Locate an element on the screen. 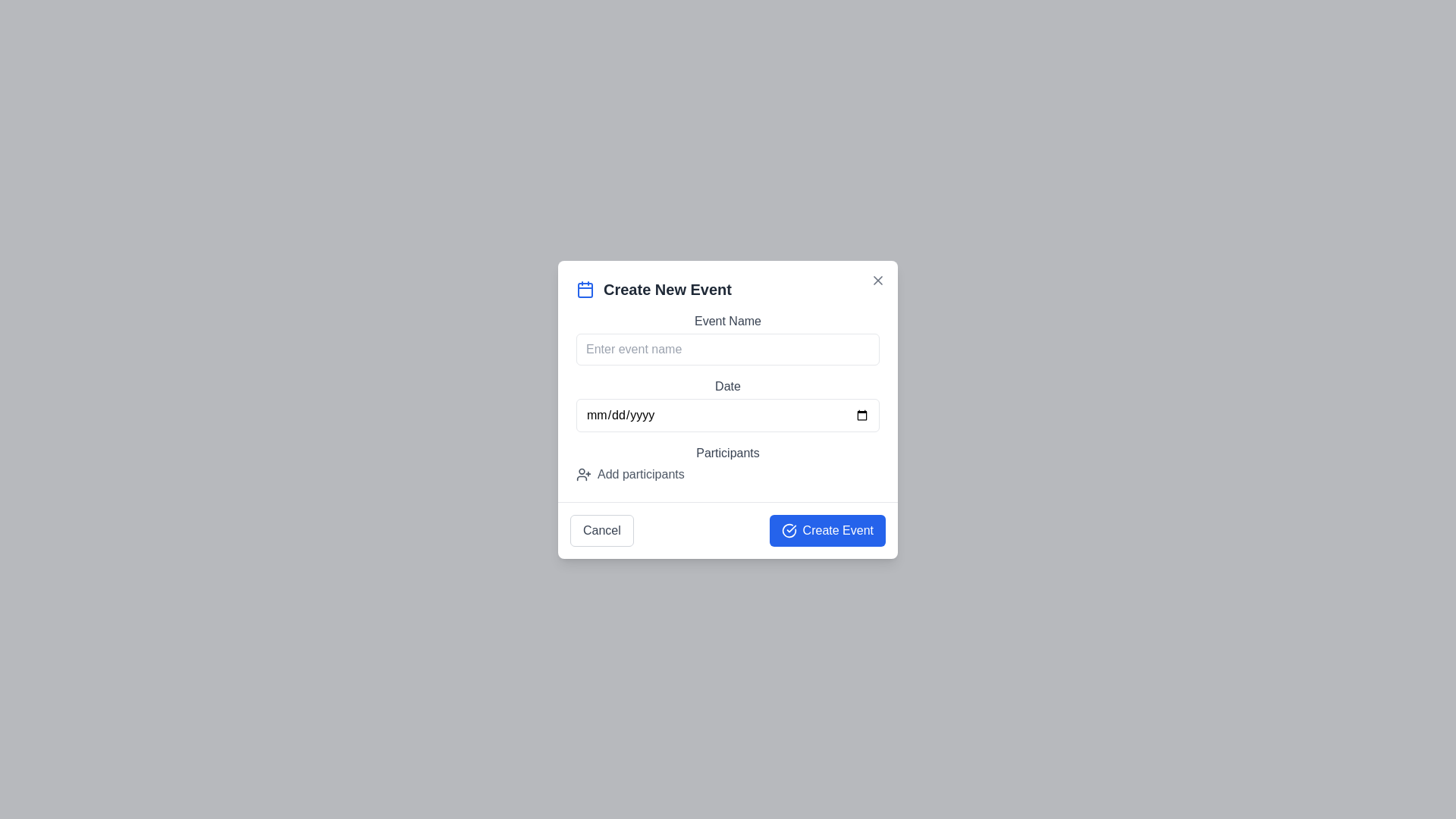 The width and height of the screenshot is (1456, 819). the 'Create Event' button in the horizontal button group at the bottom of the modal dialog is located at coordinates (728, 529).